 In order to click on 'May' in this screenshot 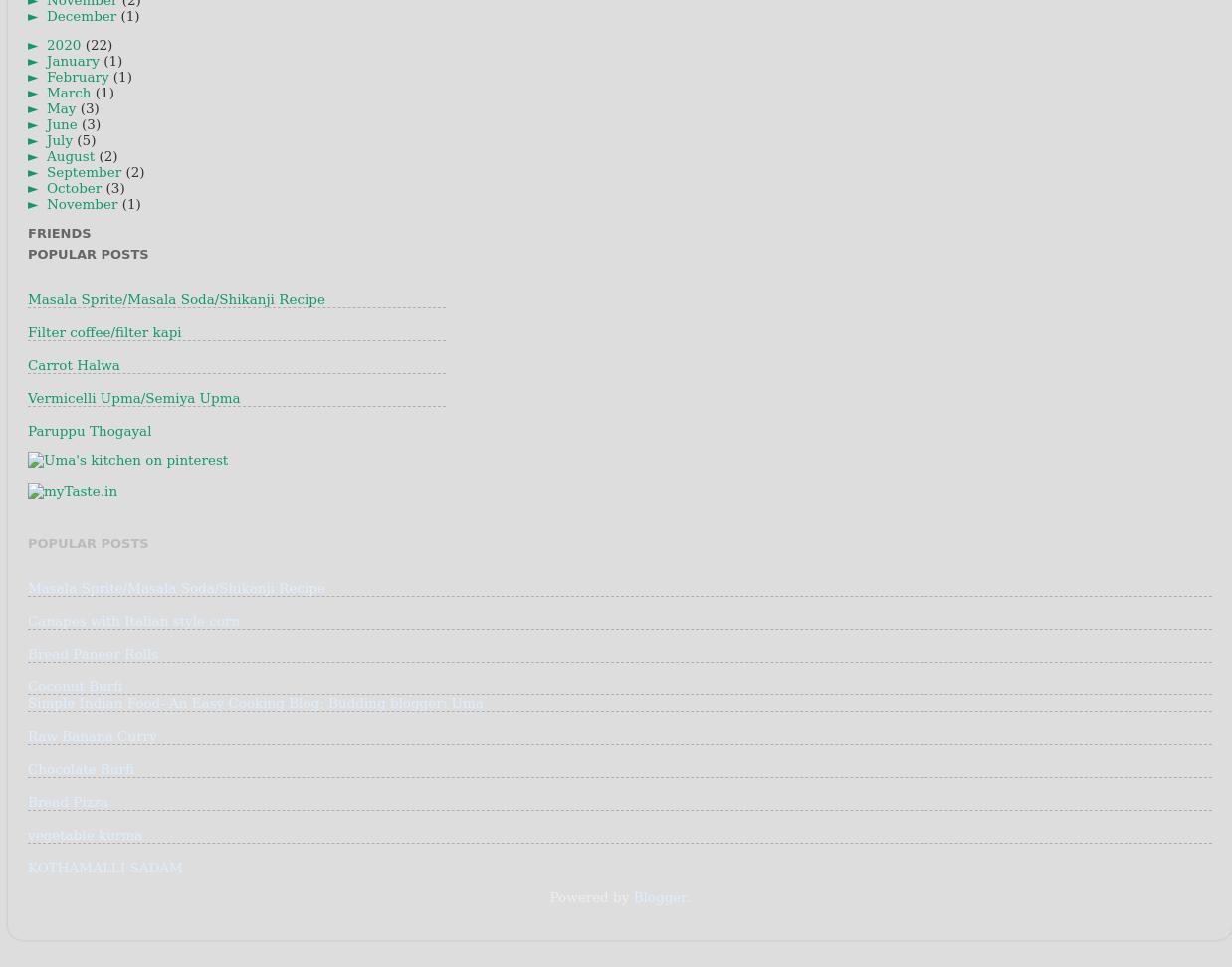, I will do `click(62, 106)`.